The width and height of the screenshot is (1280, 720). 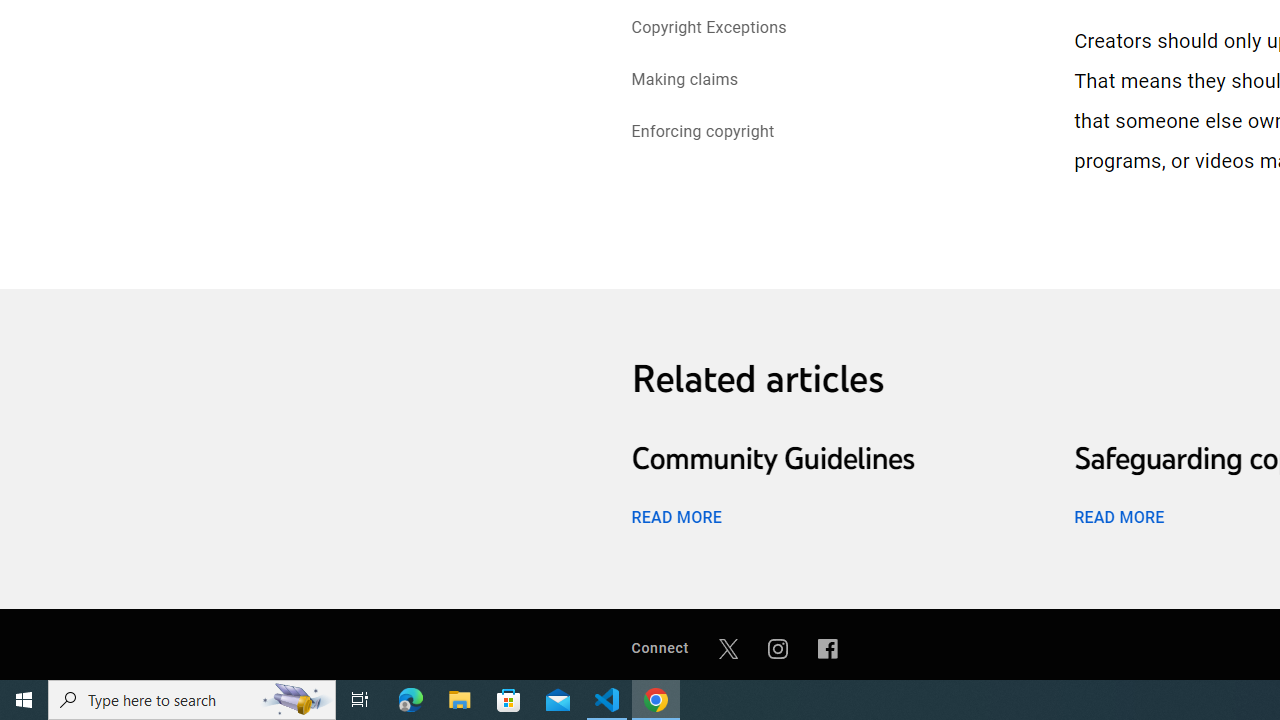 What do you see at coordinates (828, 648) in the screenshot?
I see `'Facebook'` at bounding box center [828, 648].